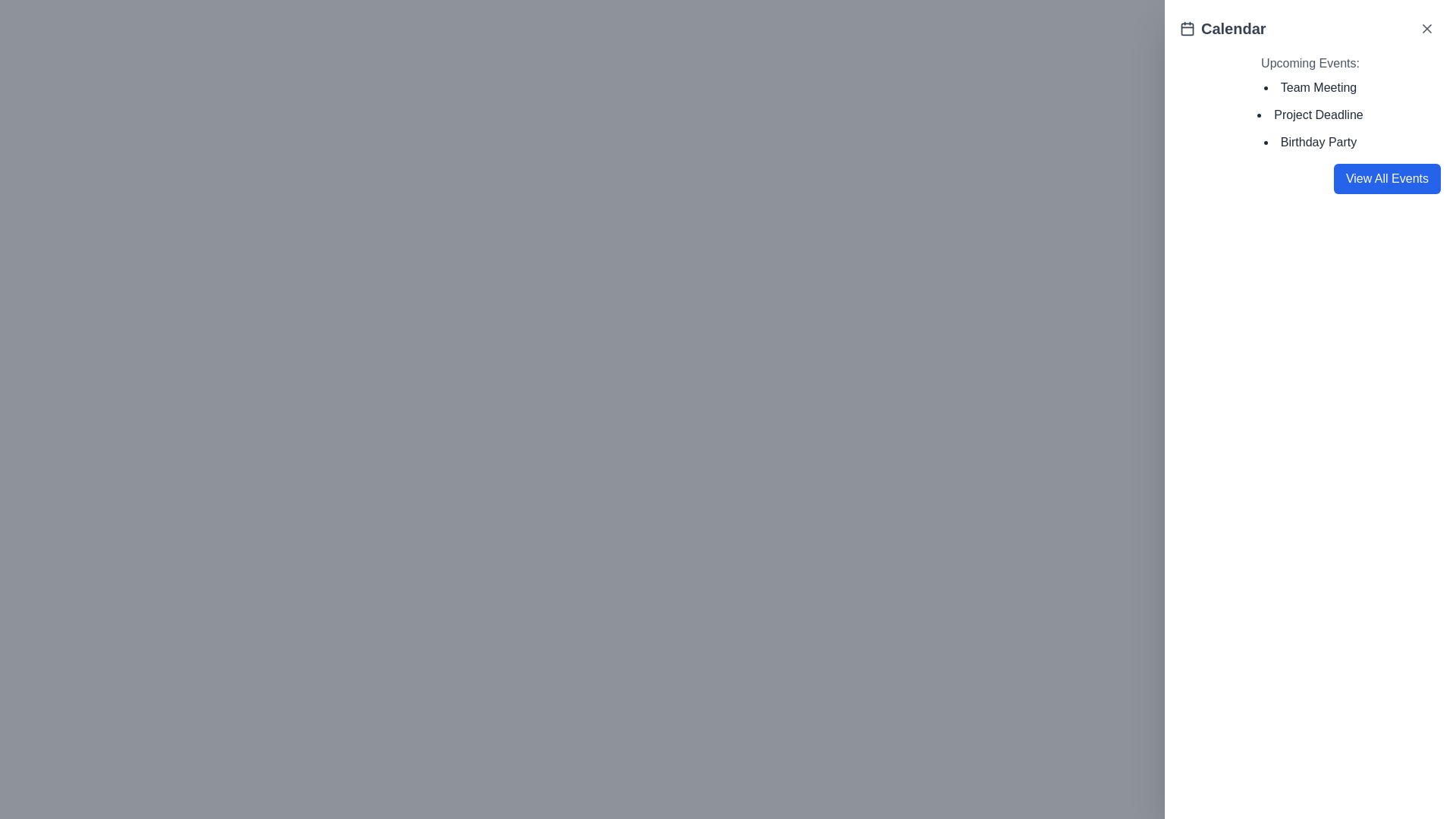  I want to click on the representation of the Calendar icon located in the top-right corner of the white panel, adjacent to the word 'Calendar', so click(1186, 29).